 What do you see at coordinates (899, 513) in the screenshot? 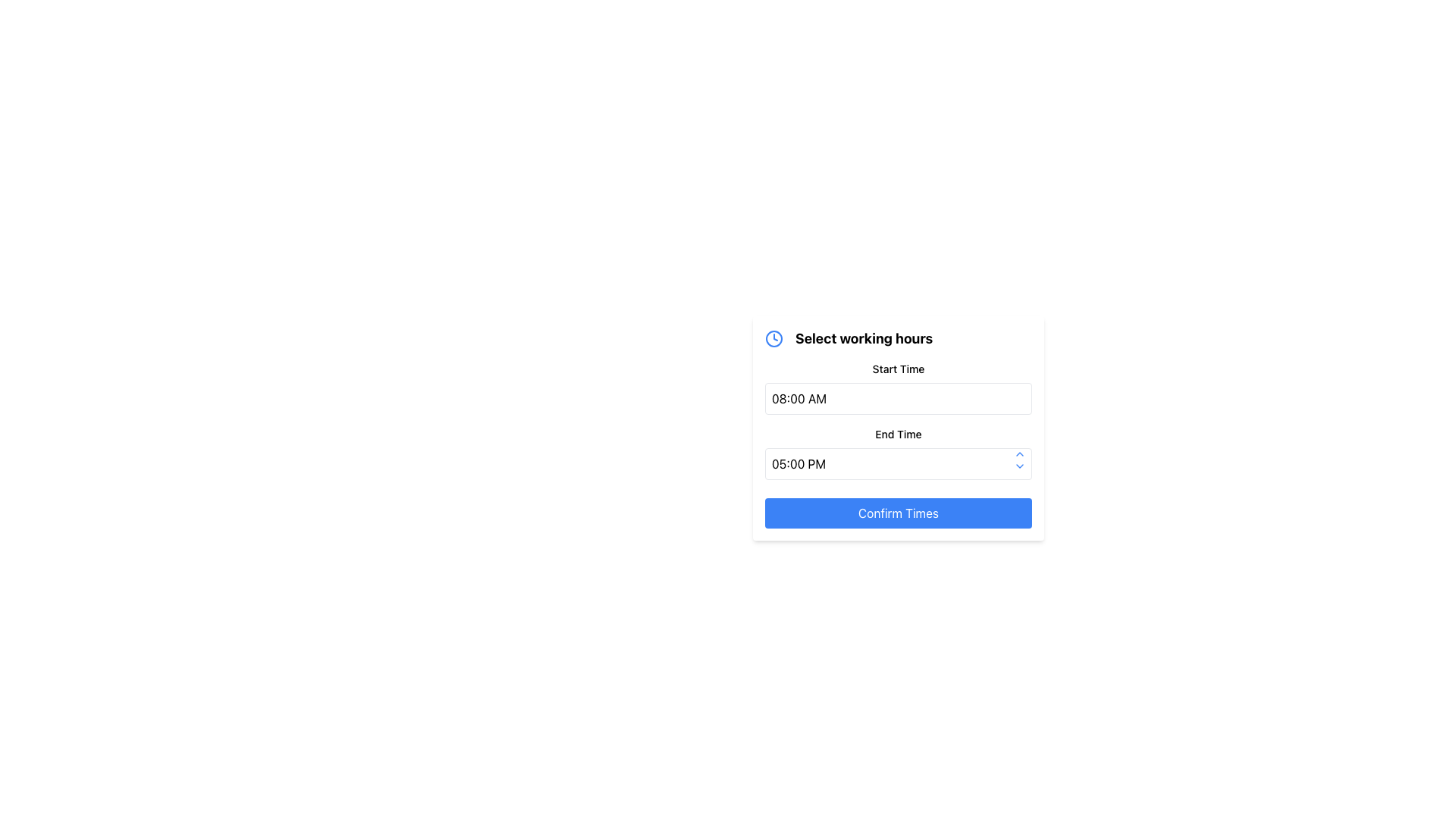
I see `the confirm button located at the bottom of the 'Select working hours' card to confirm the selected start and end times` at bounding box center [899, 513].